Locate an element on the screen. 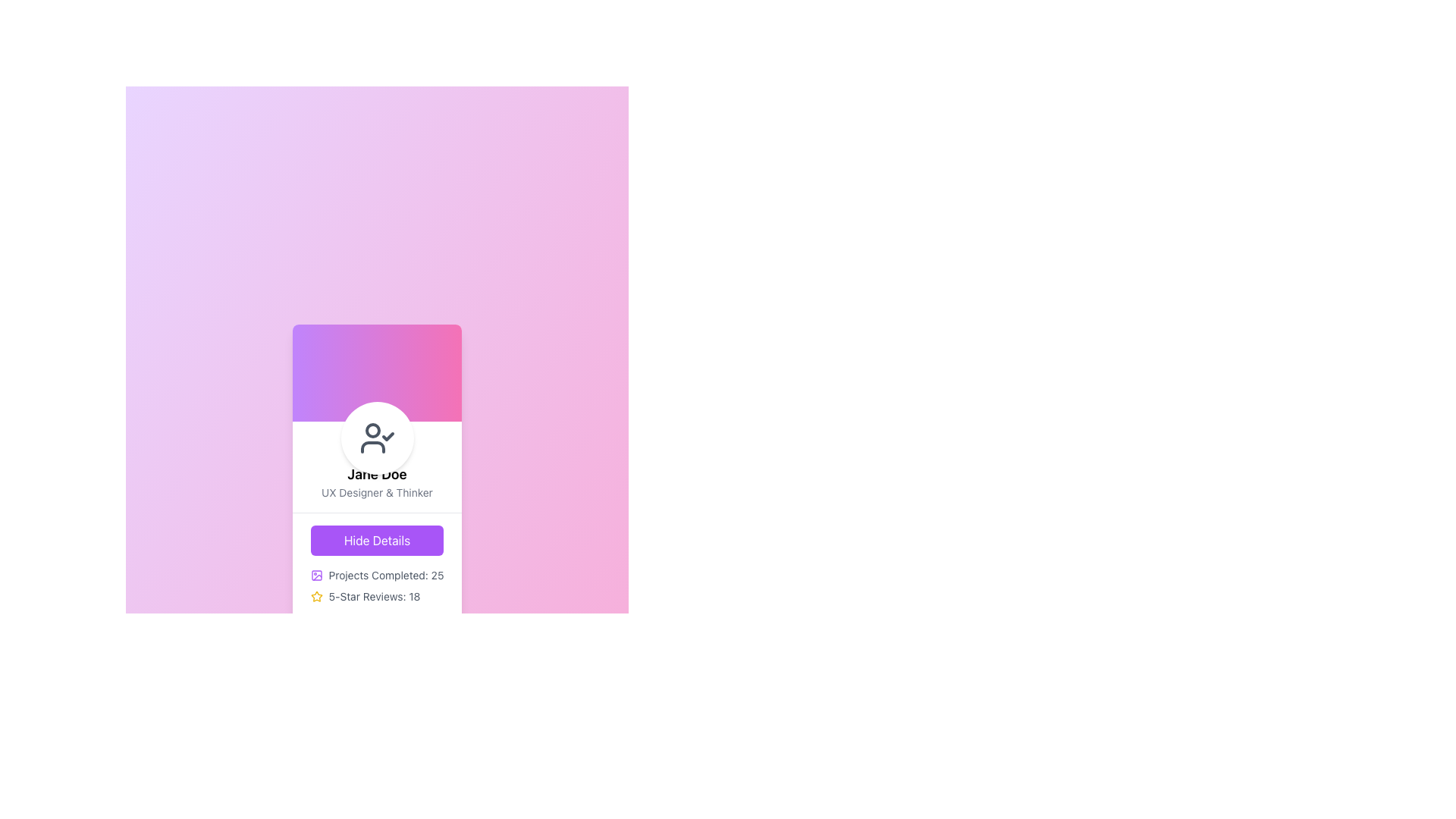 This screenshot has width=1456, height=819. the static information display that shows 'Projects Completed: 25' and '5-Star Reviews: 18', located below the 'Hide Details' button in the card layout is located at coordinates (377, 585).